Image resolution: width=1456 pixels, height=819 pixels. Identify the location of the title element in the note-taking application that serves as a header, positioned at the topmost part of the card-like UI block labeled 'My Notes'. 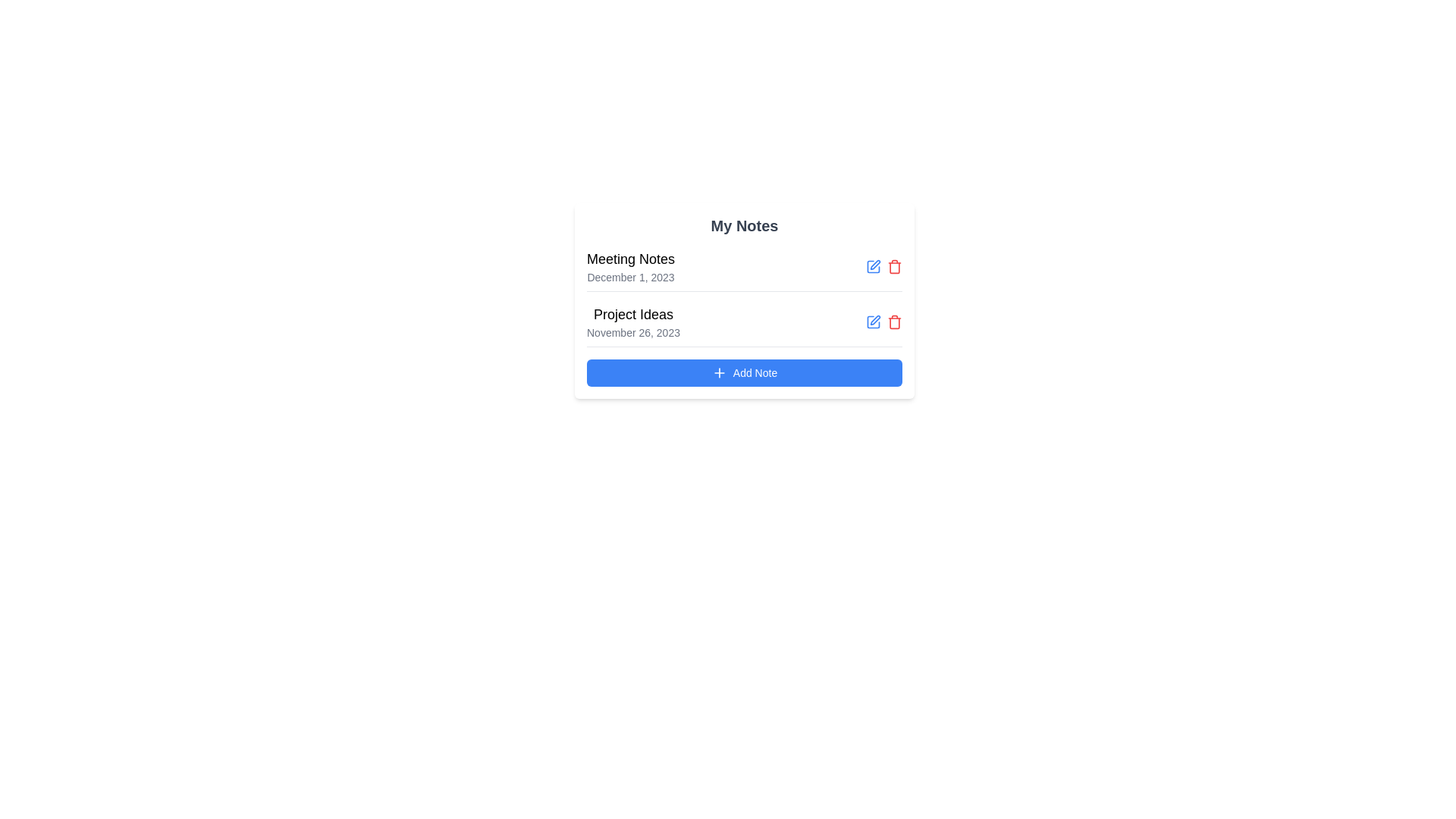
(630, 259).